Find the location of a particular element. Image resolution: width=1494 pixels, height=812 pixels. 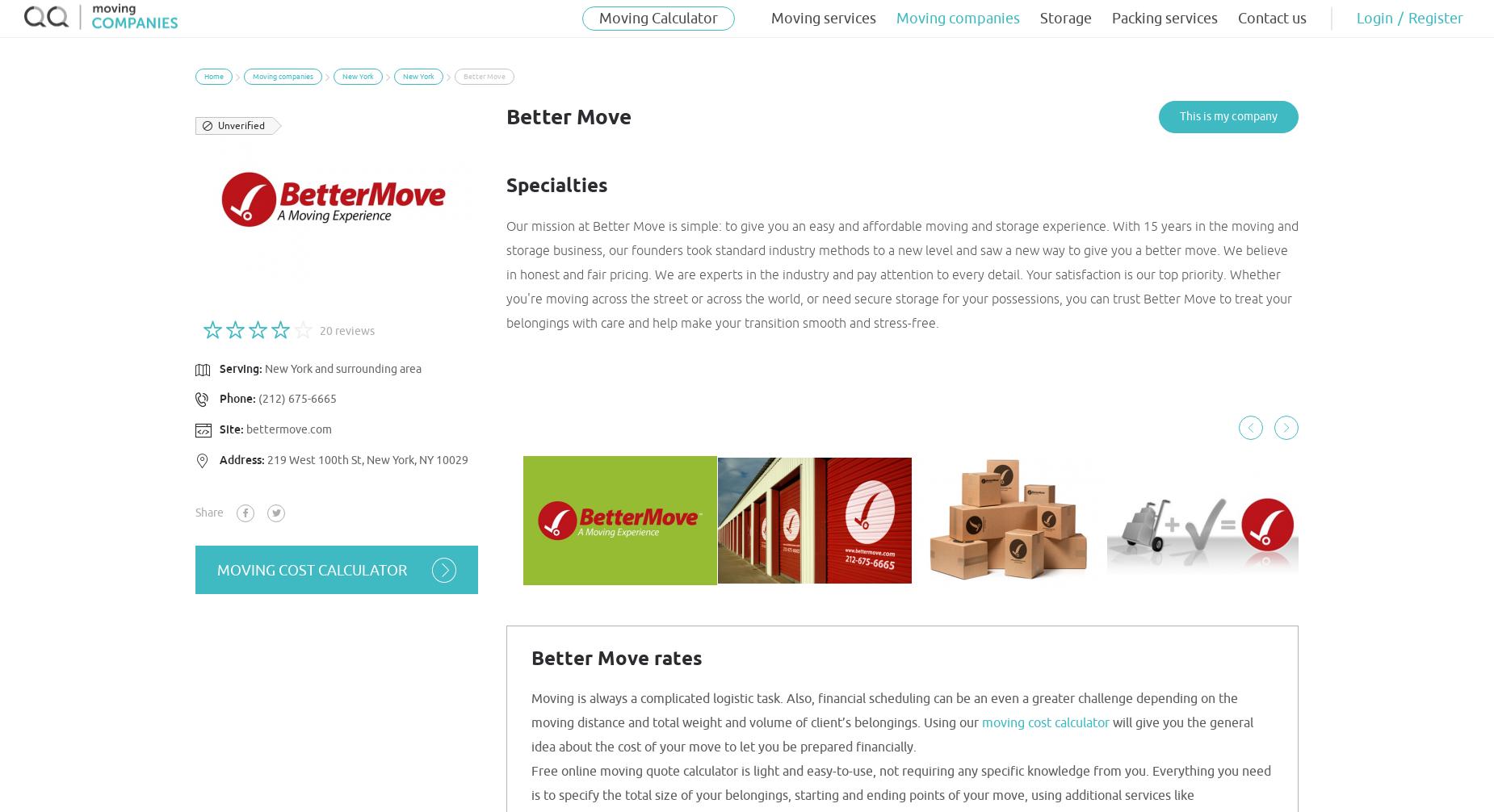

'Storage' is located at coordinates (1039, 19).